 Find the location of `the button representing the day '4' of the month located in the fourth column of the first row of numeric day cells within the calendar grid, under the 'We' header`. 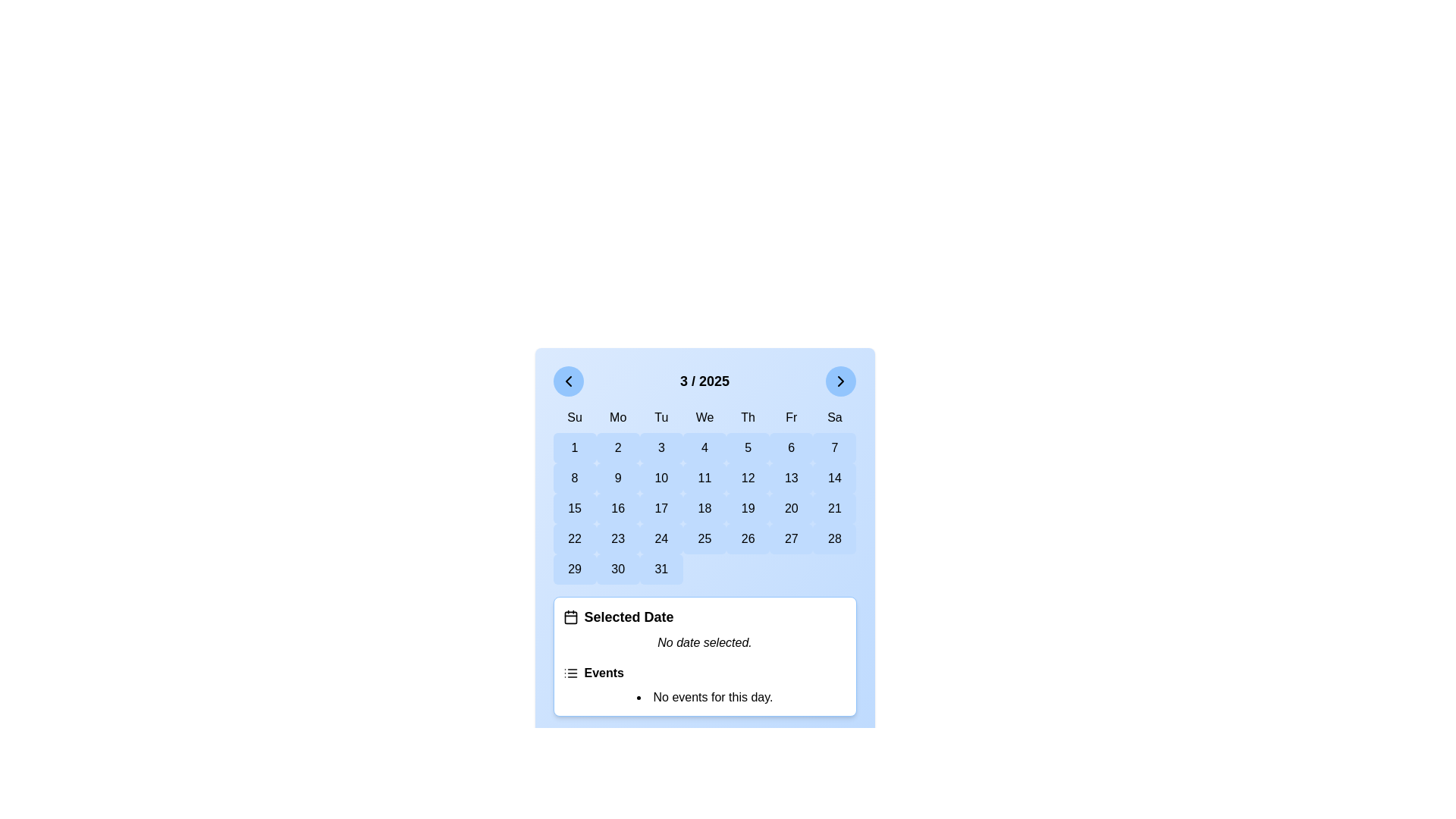

the button representing the day '4' of the month located in the fourth column of the first row of numeric day cells within the calendar grid, under the 'We' header is located at coordinates (704, 447).